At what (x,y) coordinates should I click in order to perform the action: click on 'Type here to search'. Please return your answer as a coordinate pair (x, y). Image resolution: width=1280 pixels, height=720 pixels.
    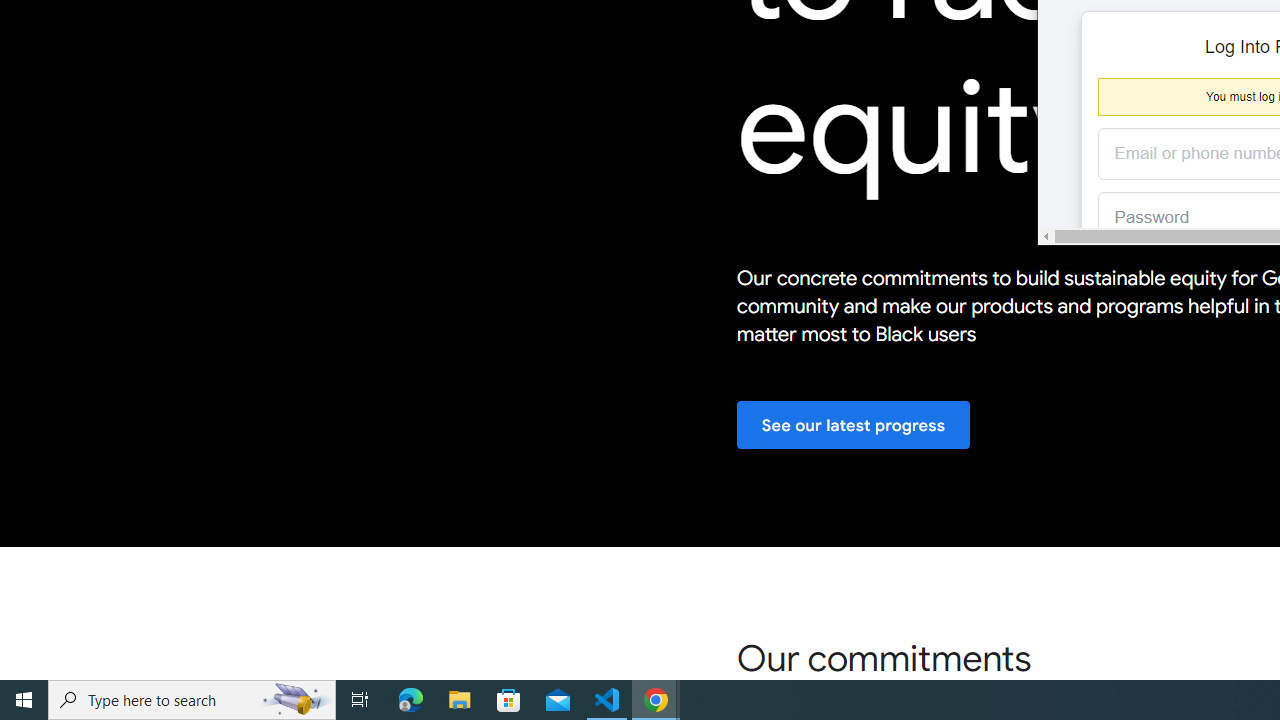
    Looking at the image, I should click on (192, 698).